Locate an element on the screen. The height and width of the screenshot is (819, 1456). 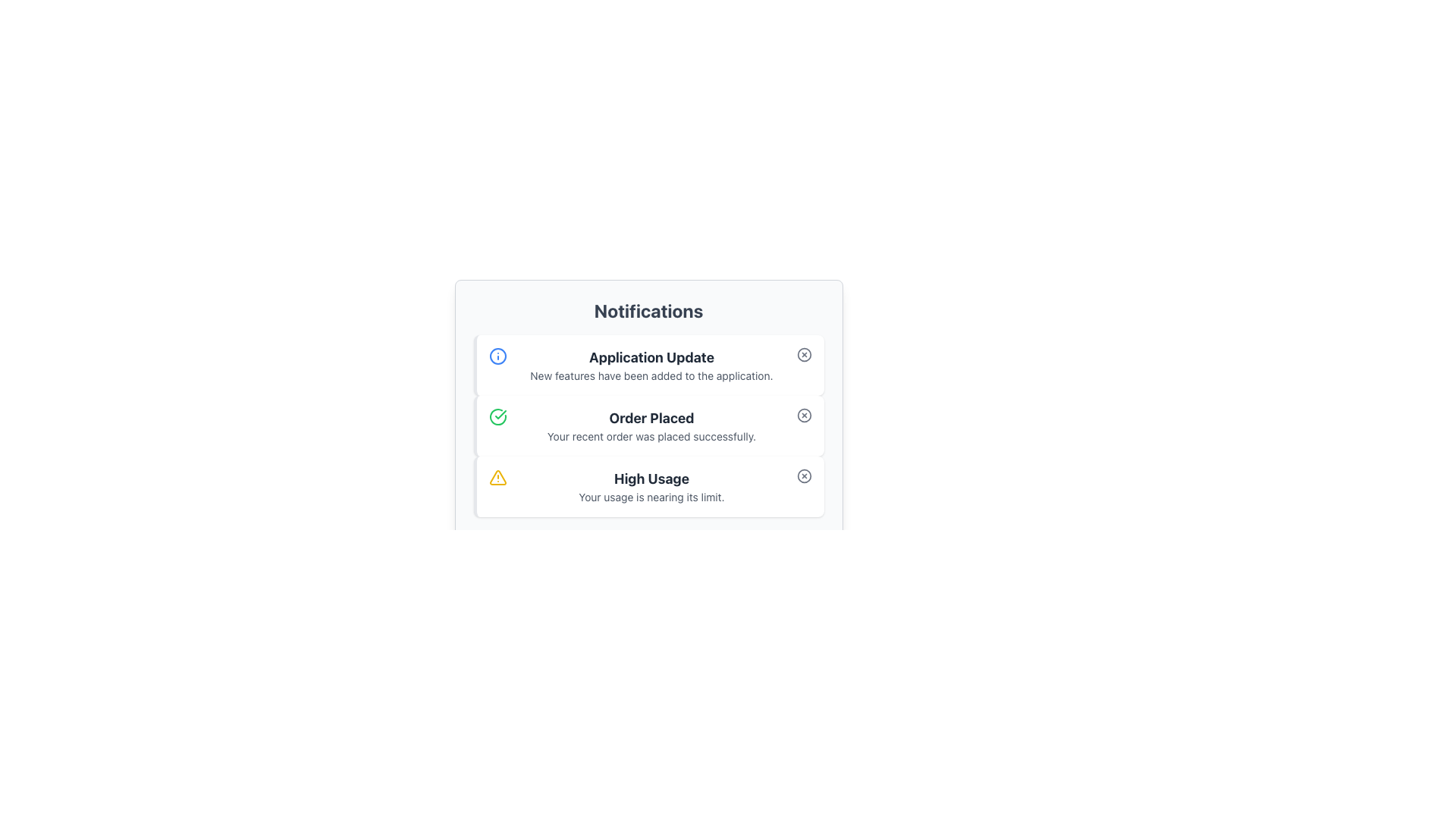
the 'High Usage' text label in the notification panel is located at coordinates (651, 479).